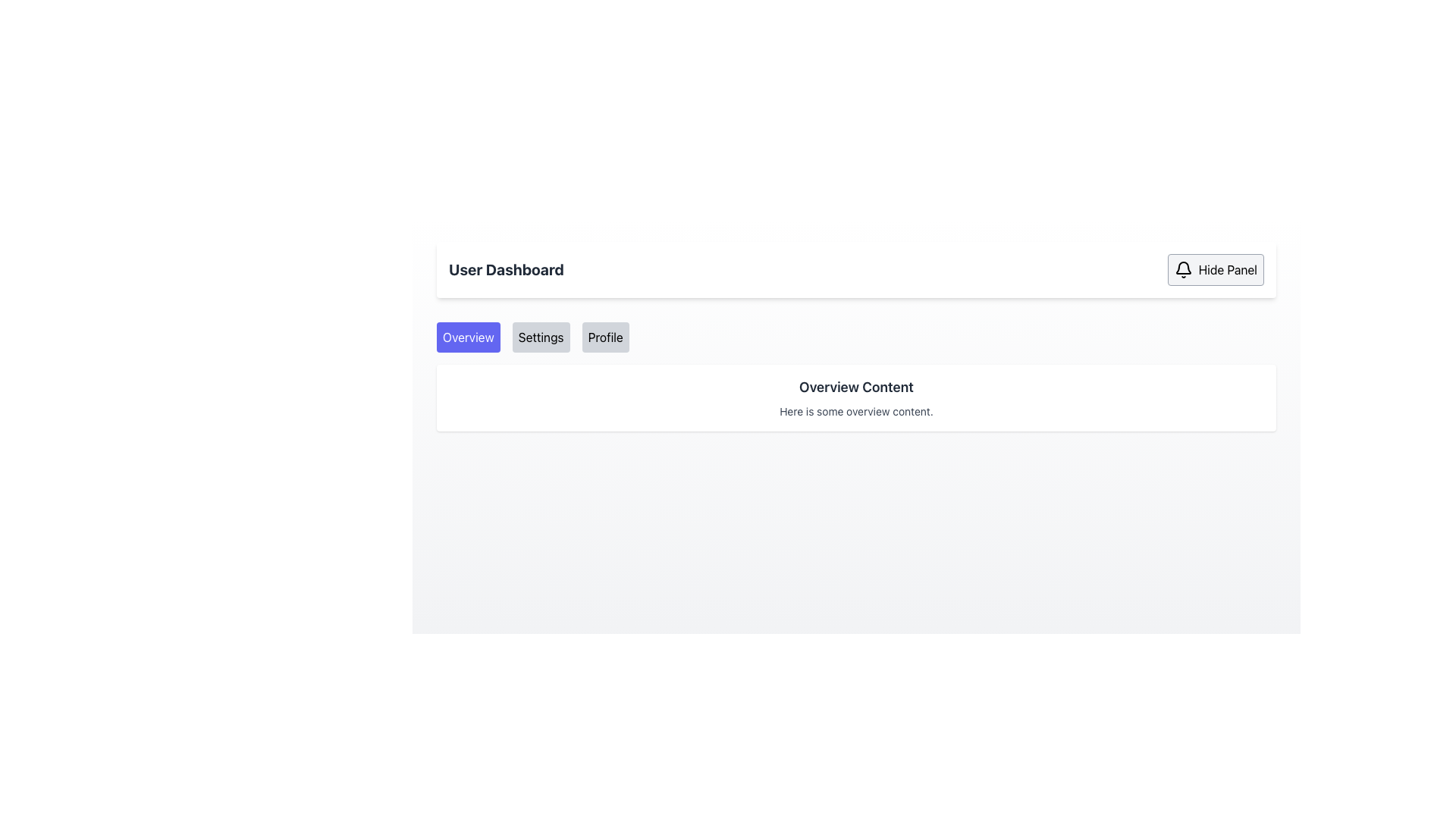 This screenshot has height=819, width=1456. I want to click on the Profile button located in the horizontal navigation bar, positioned to the right of the 'Settings' button and the leftmost 'Overview' button, so click(604, 336).